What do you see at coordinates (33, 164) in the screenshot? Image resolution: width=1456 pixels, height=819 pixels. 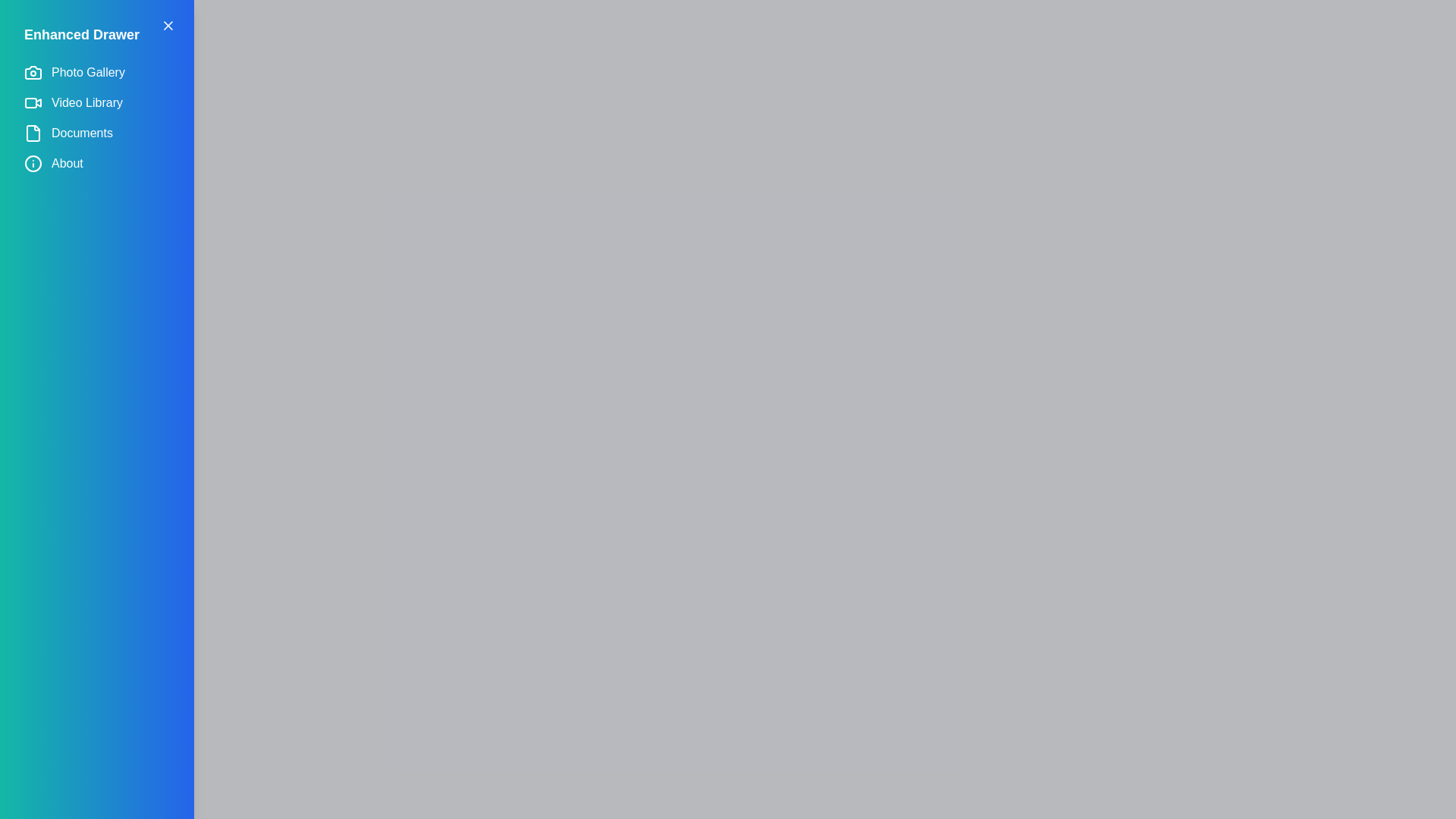 I see `the information icon, which is a circular icon with an 'i' symbol, located in the fourth row of the vertical navigation list next to the 'About' text` at bounding box center [33, 164].